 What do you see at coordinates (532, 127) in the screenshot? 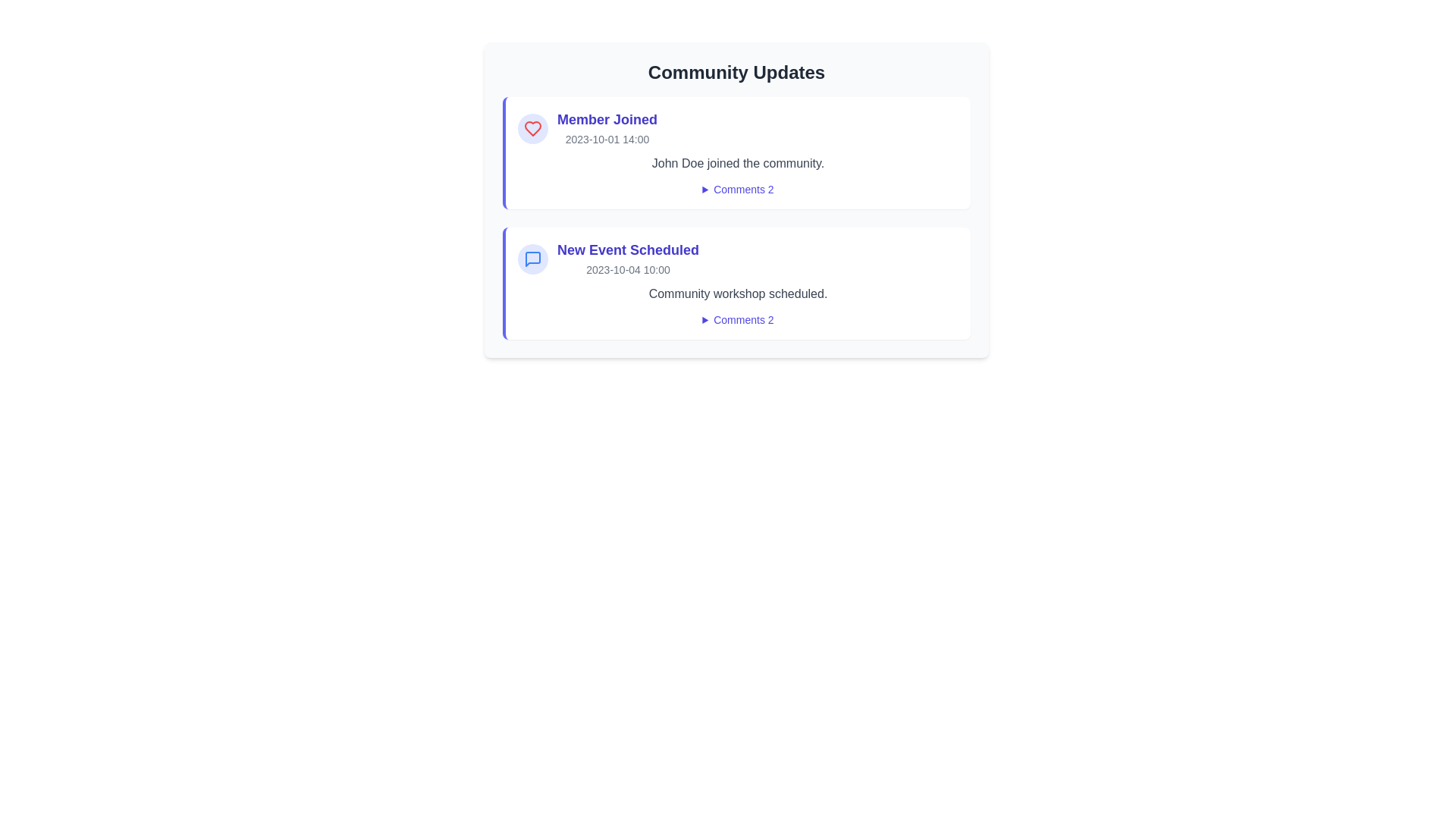
I see `the heart icon representing a 'like' or 'favorite' symbol located within the first notification item titled 'Member Joined'` at bounding box center [532, 127].